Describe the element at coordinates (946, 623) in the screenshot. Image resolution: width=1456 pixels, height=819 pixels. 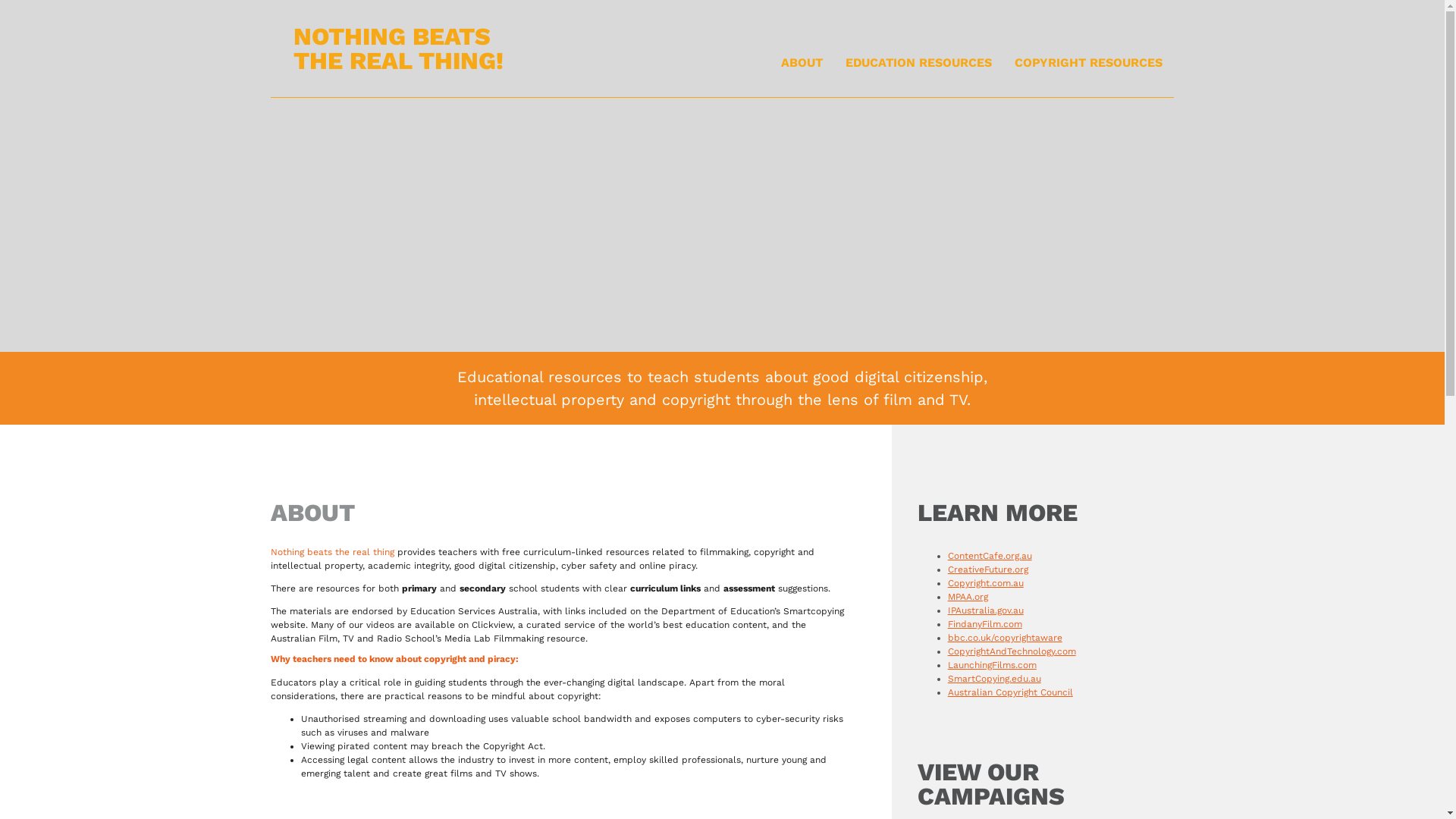
I see `'FindanyFilm.com'` at that location.